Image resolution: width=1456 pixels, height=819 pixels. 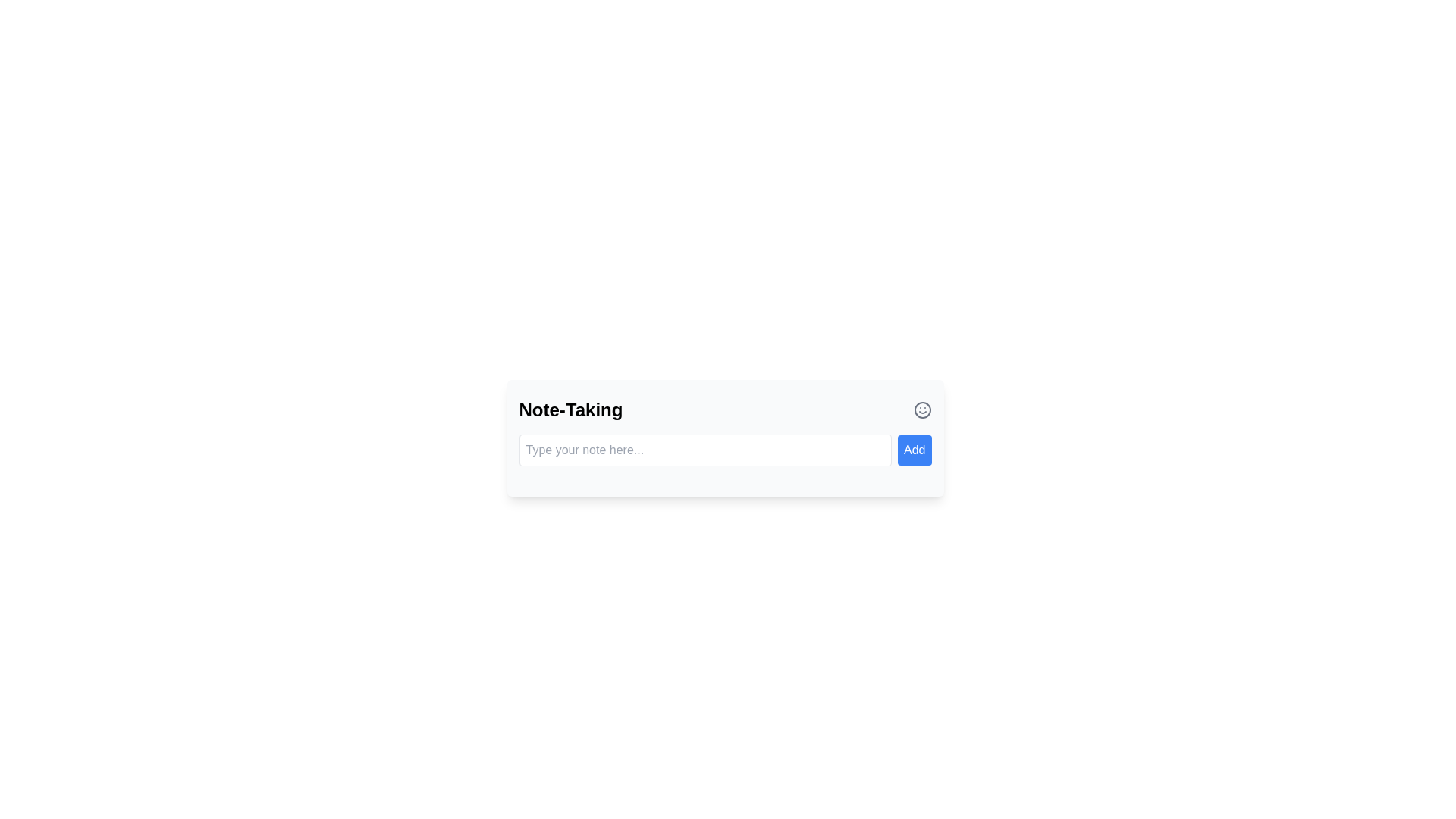 What do you see at coordinates (914, 450) in the screenshot?
I see `the rectangular blue button labeled 'Add' located to the right of the text input field in the note-taking interface` at bounding box center [914, 450].